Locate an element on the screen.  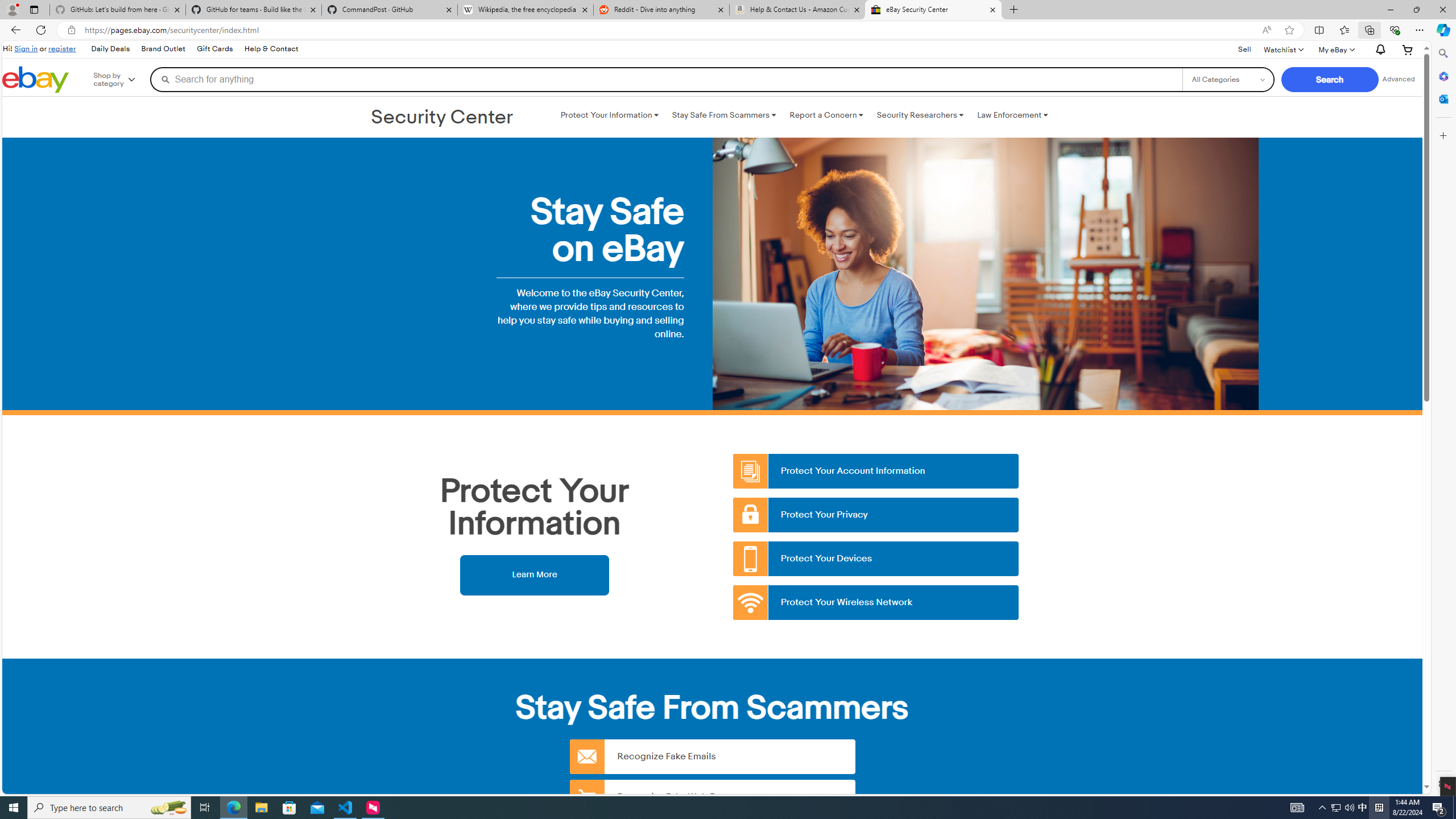
'Protect Your Information ' is located at coordinates (609, 115).